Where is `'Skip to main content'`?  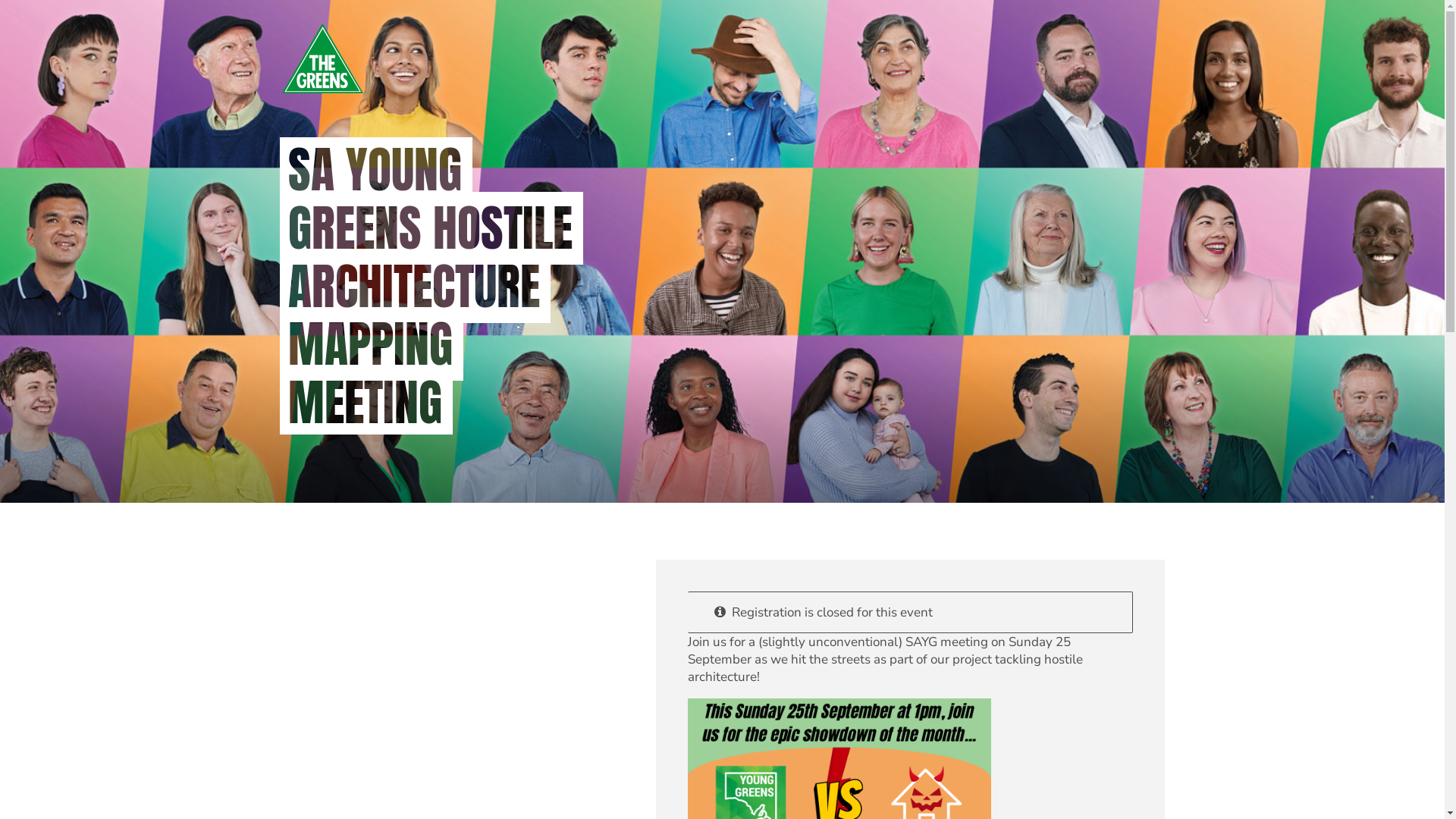
'Skip to main content' is located at coordinates (0, 0).